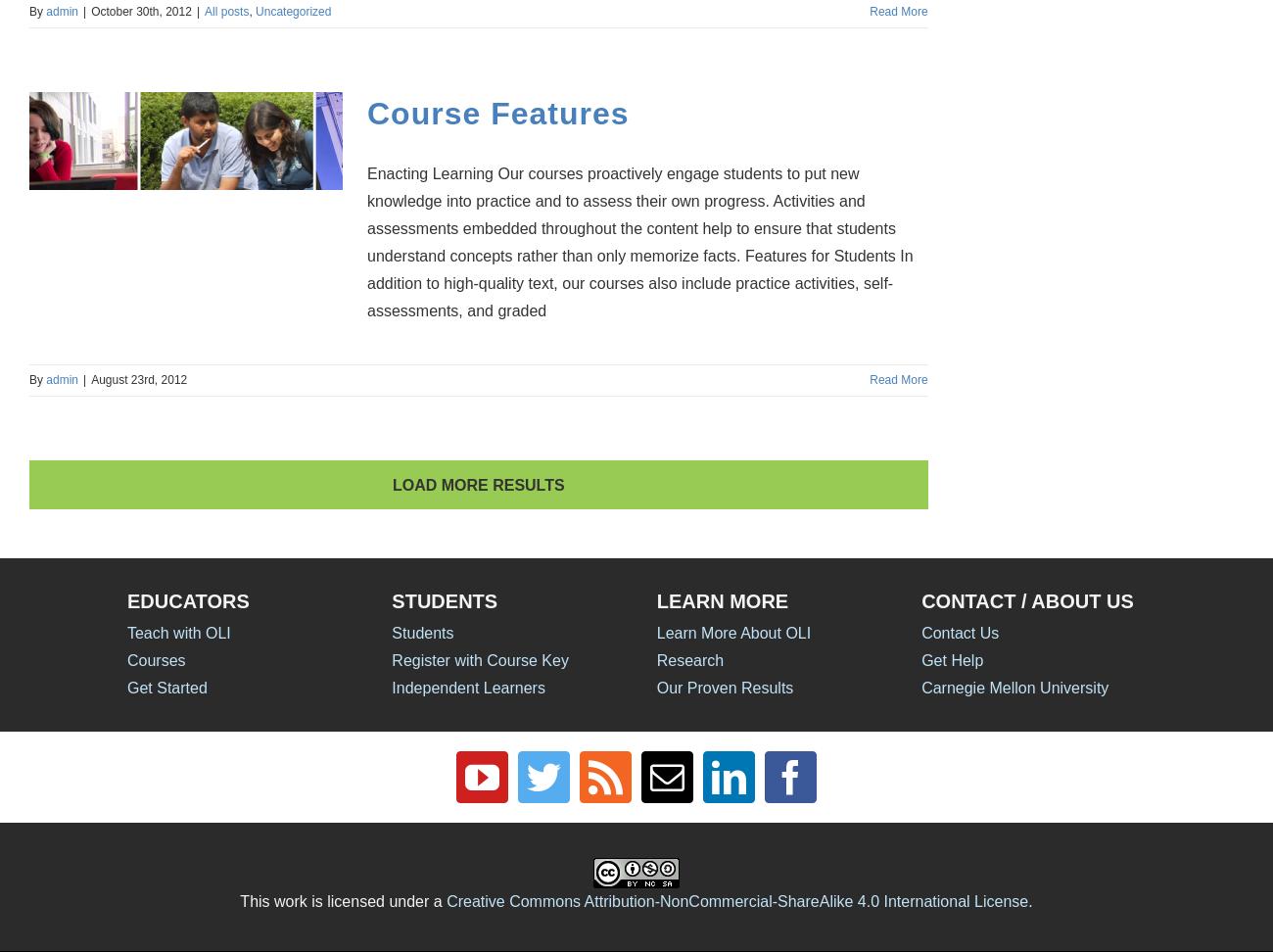  I want to click on 'August 23rd, 2012', so click(90, 378).